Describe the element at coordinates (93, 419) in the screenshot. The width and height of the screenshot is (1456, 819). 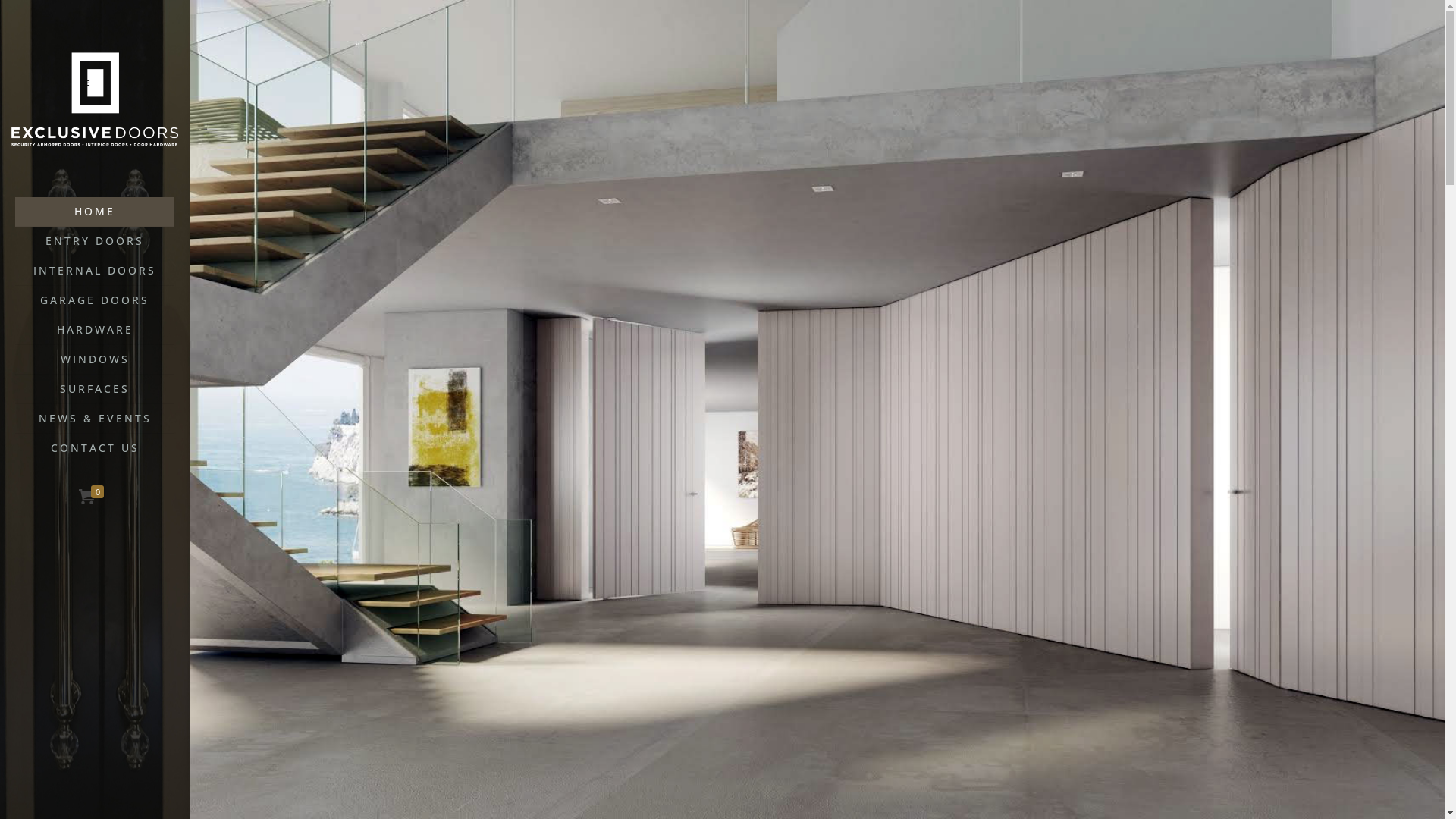
I see `'NEWS & EVENTS'` at that location.